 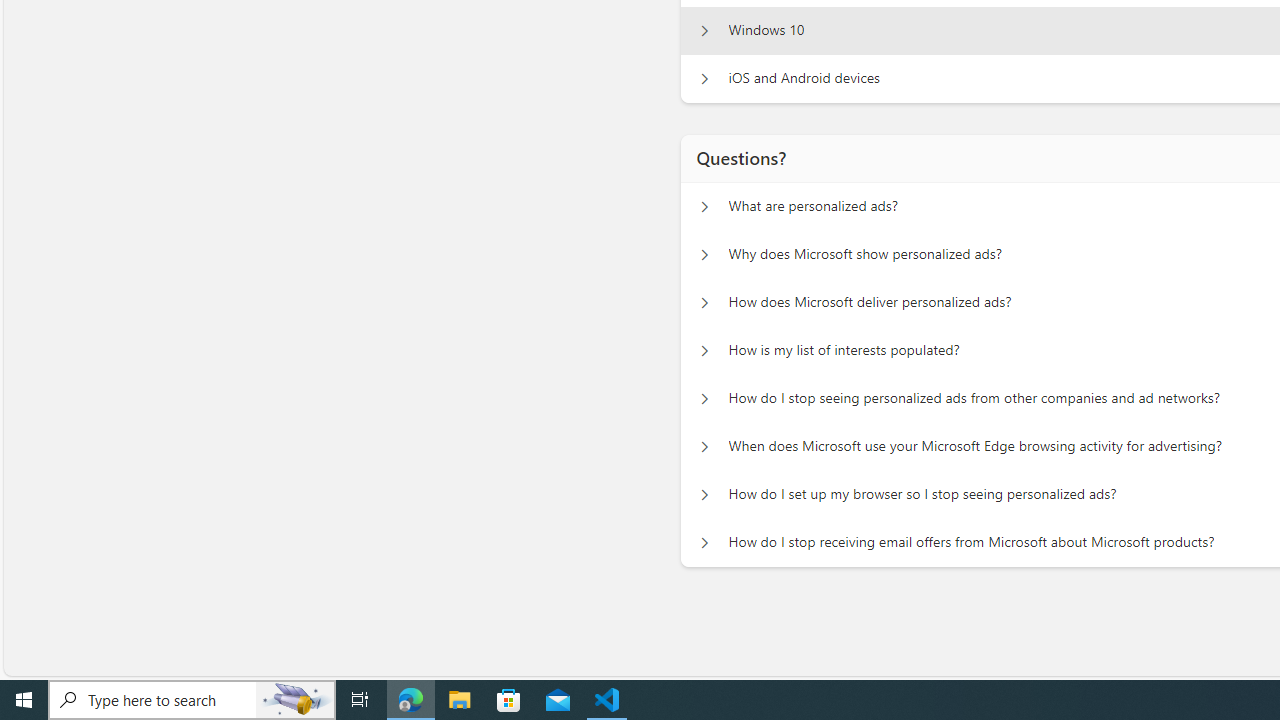 What do you see at coordinates (704, 30) in the screenshot?
I see `'Manage personalized ads on your device Windows 10'` at bounding box center [704, 30].